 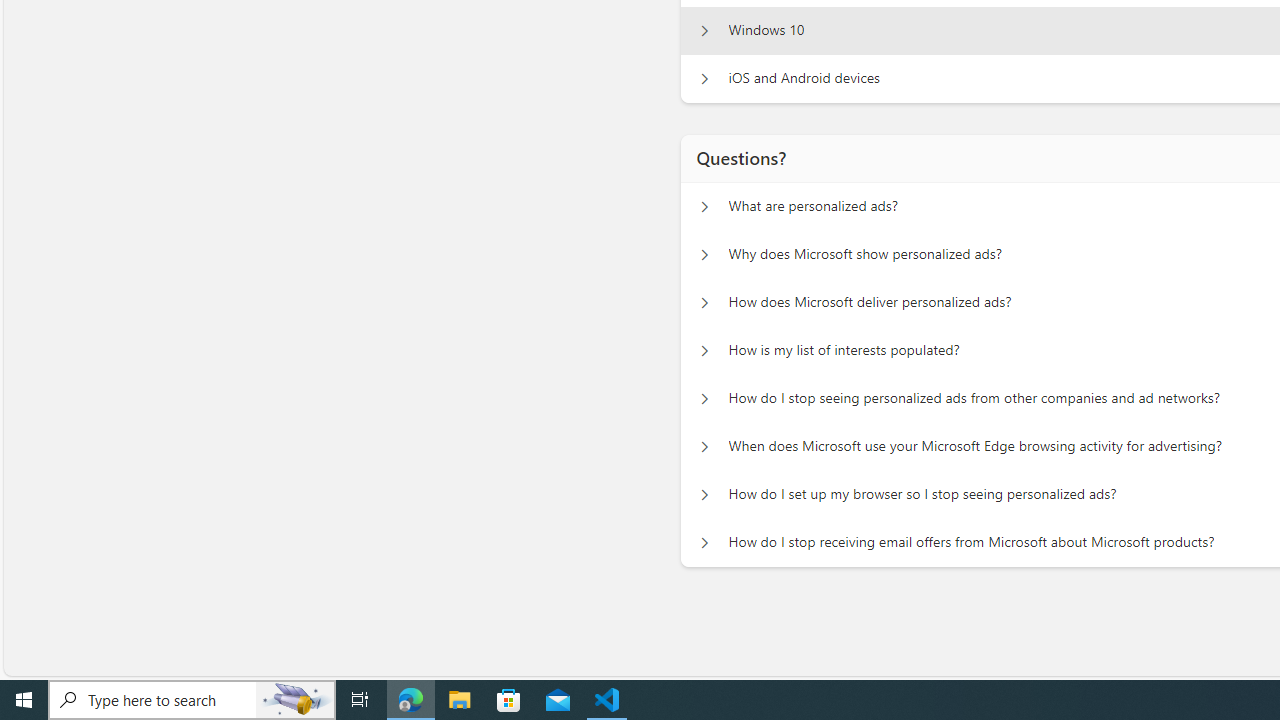 What do you see at coordinates (704, 30) in the screenshot?
I see `'Manage personalized ads on your device Windows 10'` at bounding box center [704, 30].